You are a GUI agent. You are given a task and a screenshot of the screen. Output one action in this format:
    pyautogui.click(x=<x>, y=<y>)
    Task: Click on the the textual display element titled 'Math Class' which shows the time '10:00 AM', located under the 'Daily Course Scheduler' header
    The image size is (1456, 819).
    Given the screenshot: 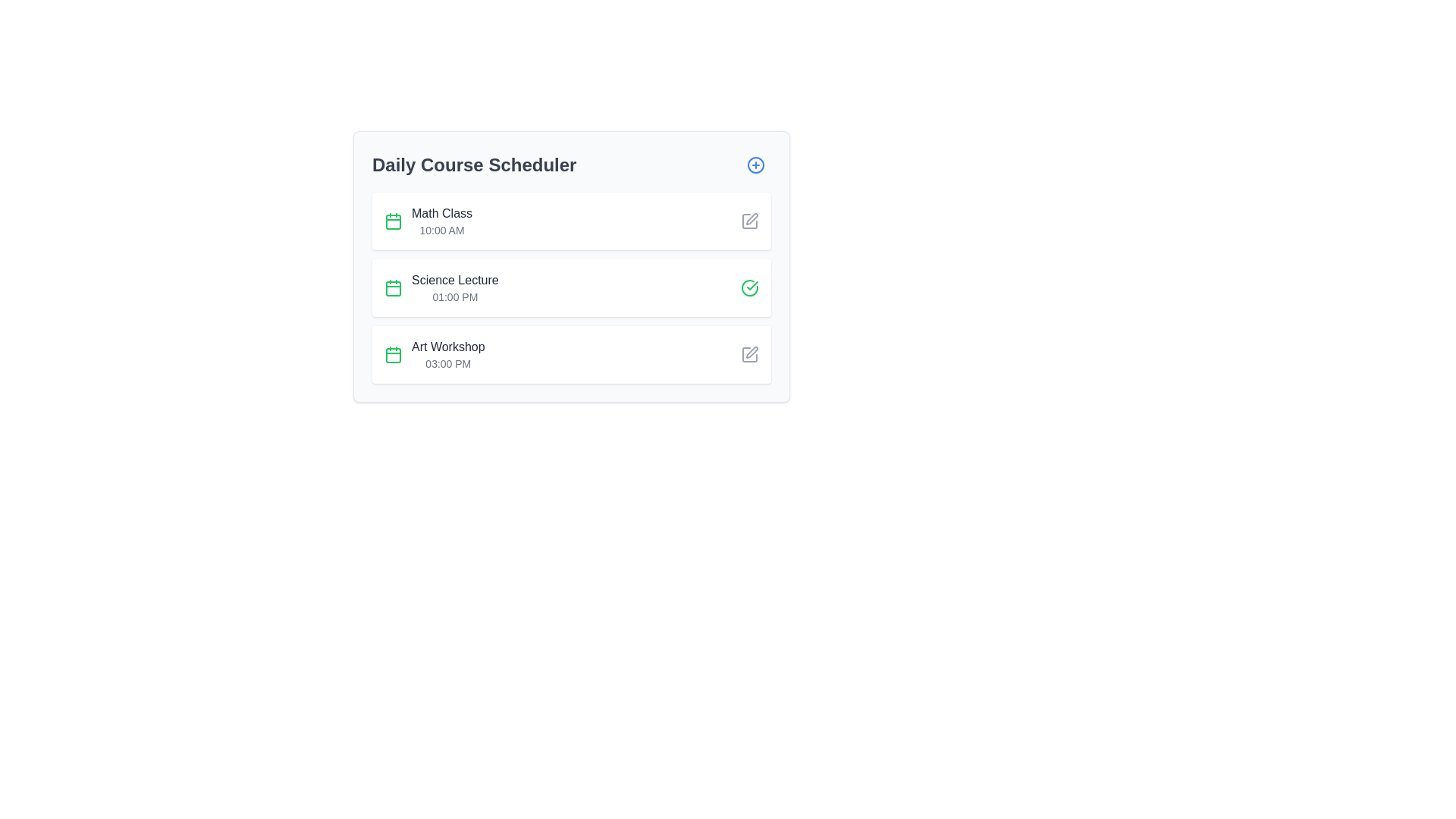 What is the action you would take?
    pyautogui.click(x=441, y=221)
    